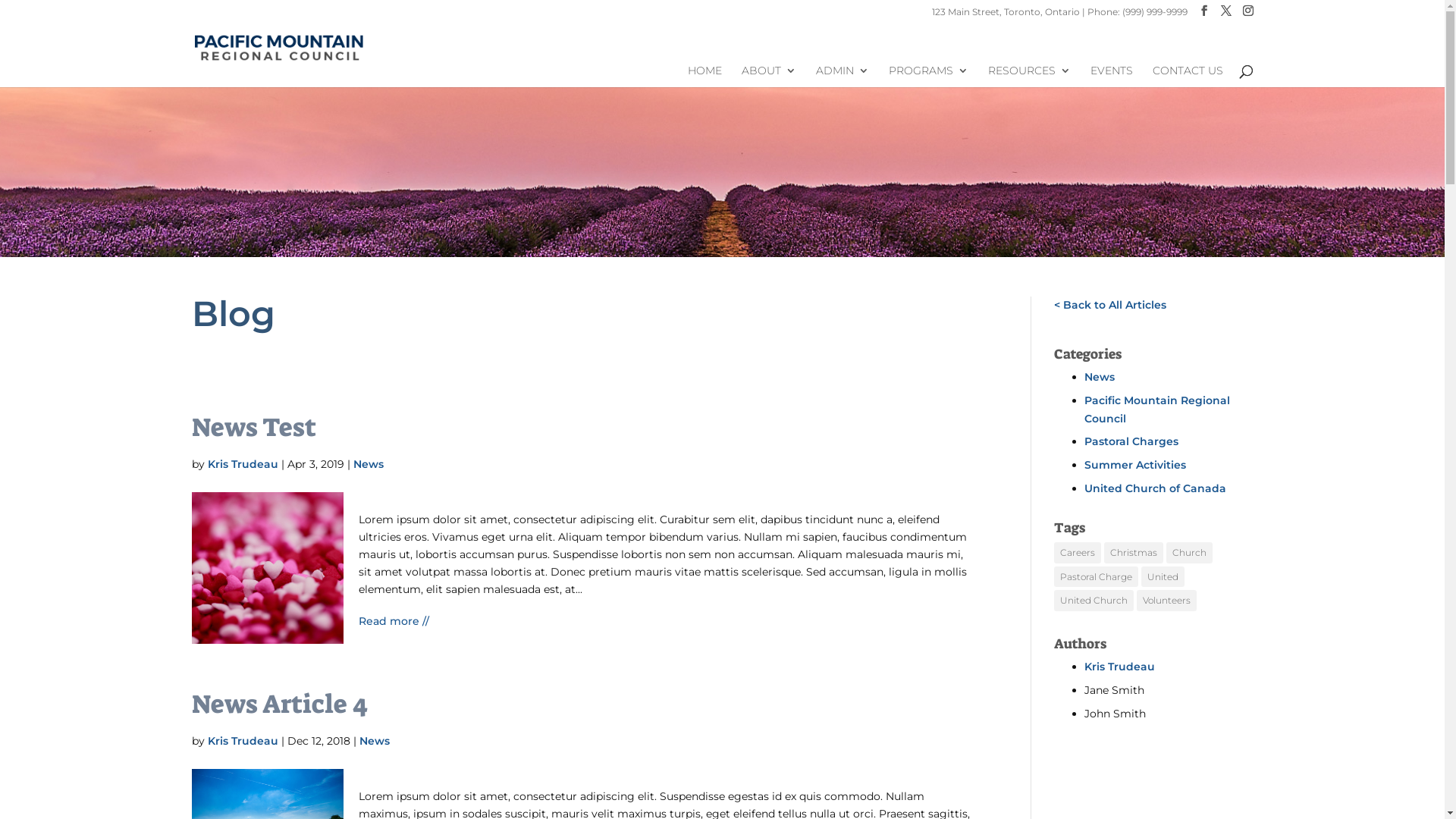  I want to click on 'EVENTS', so click(1111, 76).